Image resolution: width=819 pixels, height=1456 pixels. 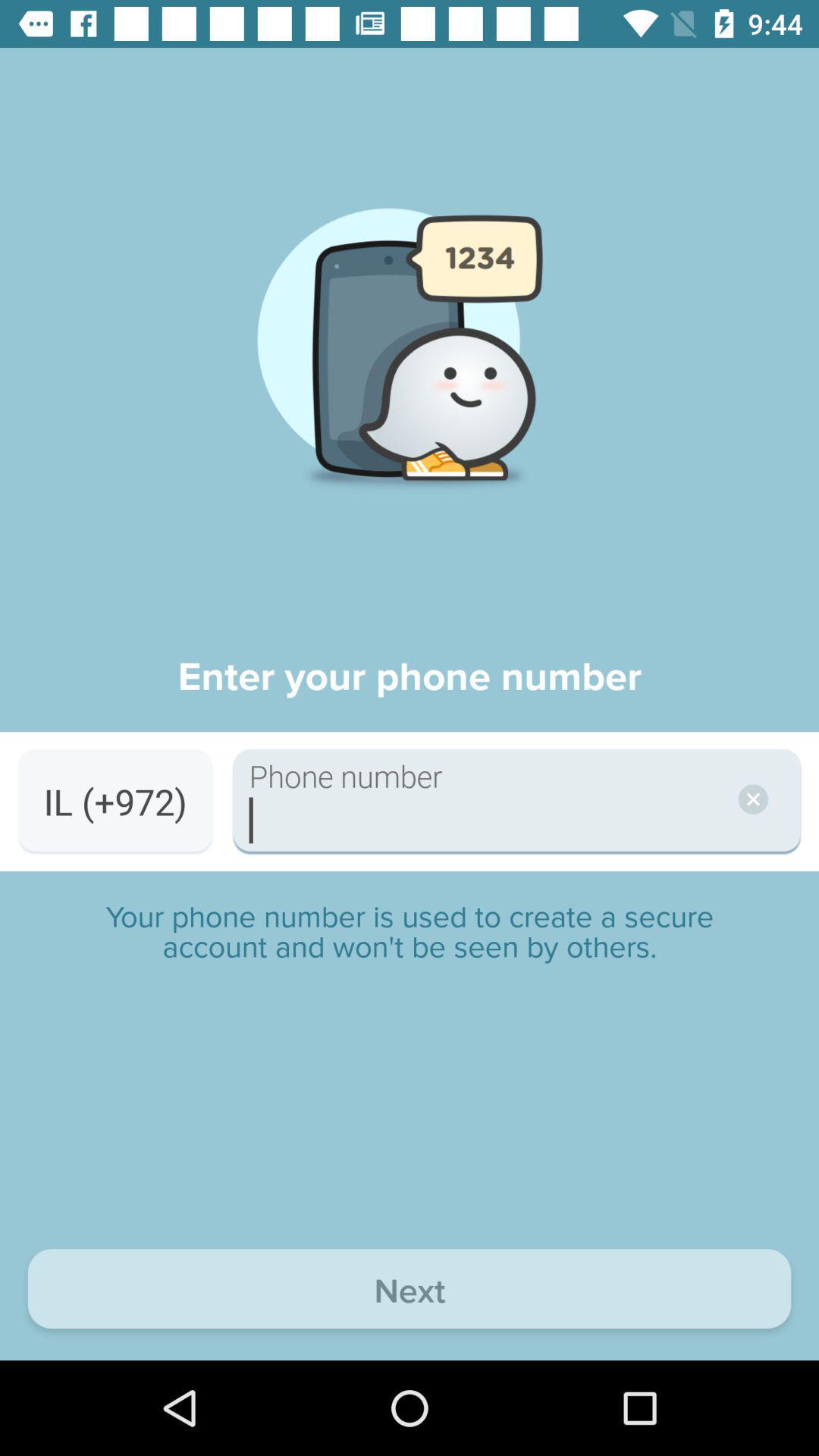 What do you see at coordinates (409, 1291) in the screenshot?
I see `next icon` at bounding box center [409, 1291].